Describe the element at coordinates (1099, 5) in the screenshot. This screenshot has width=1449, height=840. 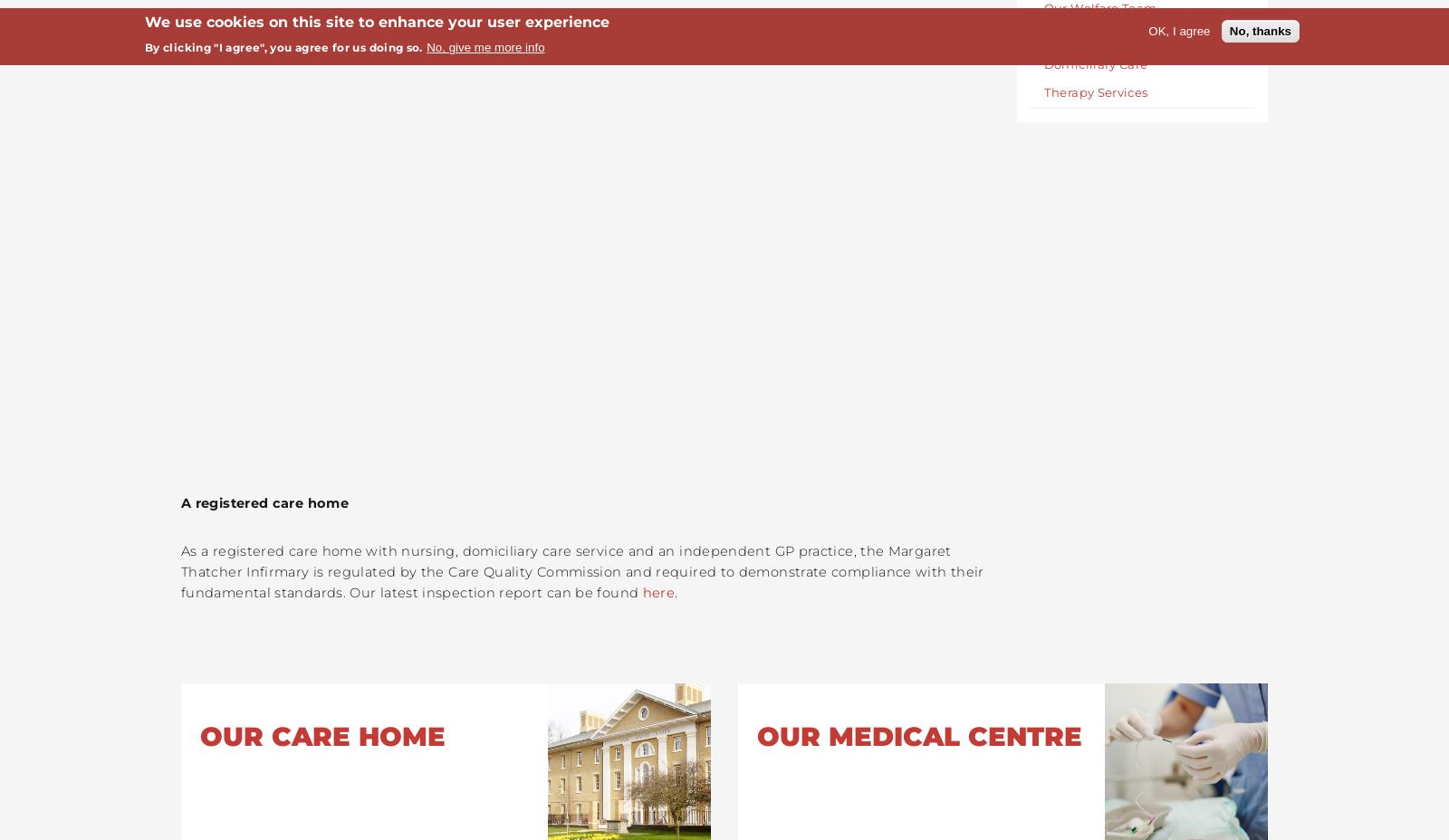
I see `'Our Welfare Team'` at that location.